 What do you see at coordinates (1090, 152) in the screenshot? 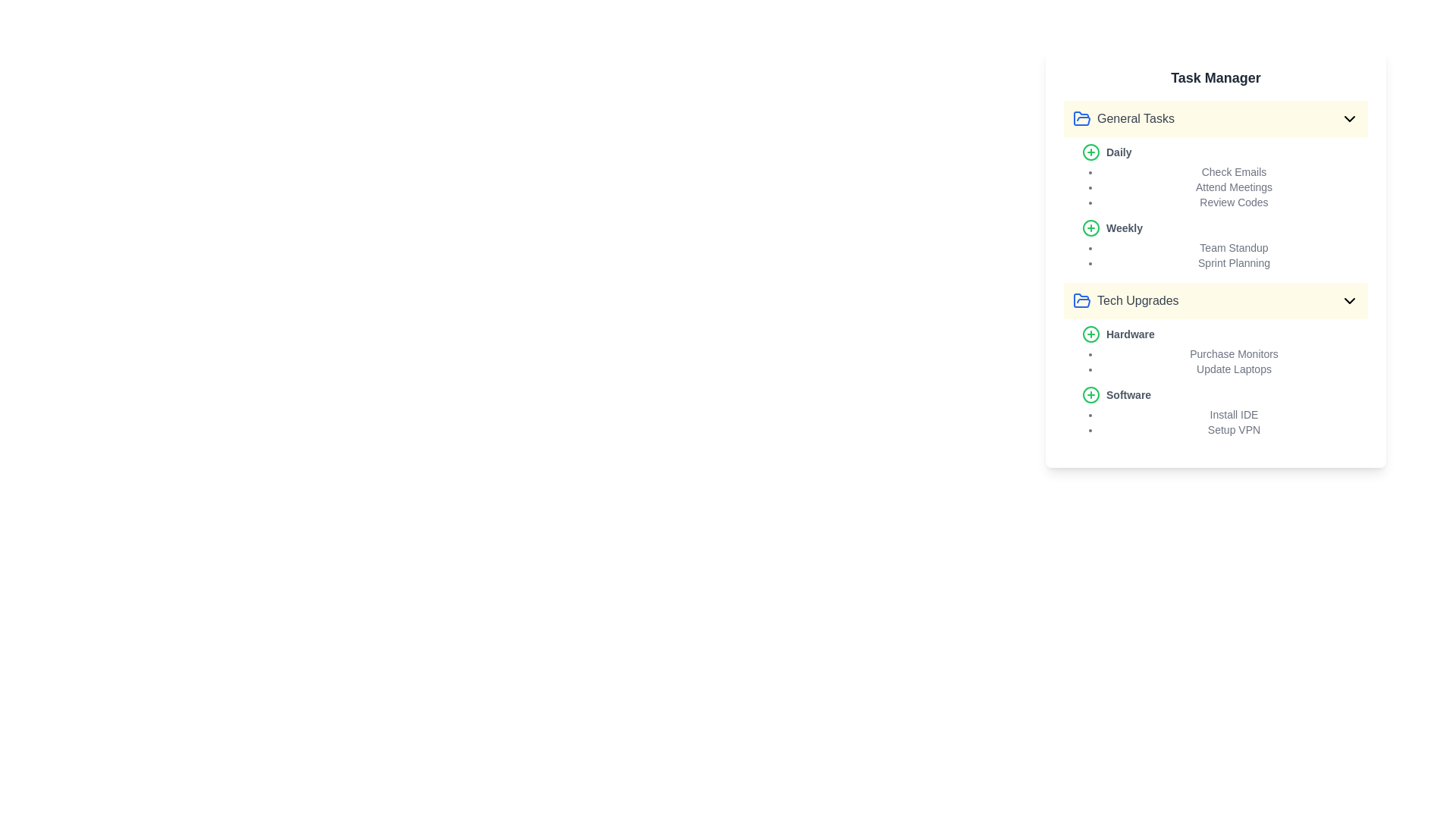
I see `the green circular '+' button located to the left of the 'Daily' text label in the 'General Tasks' section` at bounding box center [1090, 152].